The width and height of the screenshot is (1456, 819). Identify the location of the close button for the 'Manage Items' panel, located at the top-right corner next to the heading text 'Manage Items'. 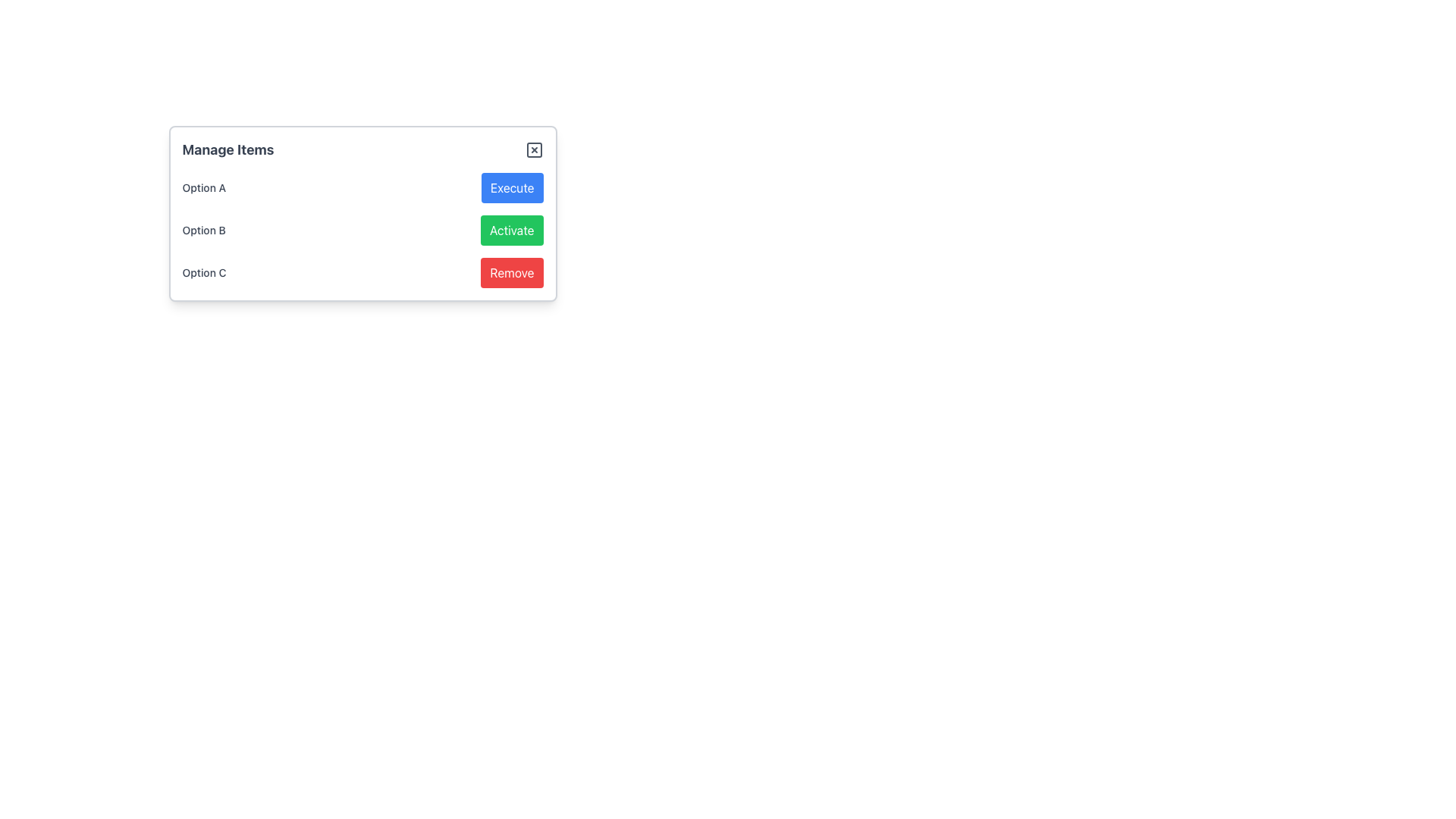
(534, 149).